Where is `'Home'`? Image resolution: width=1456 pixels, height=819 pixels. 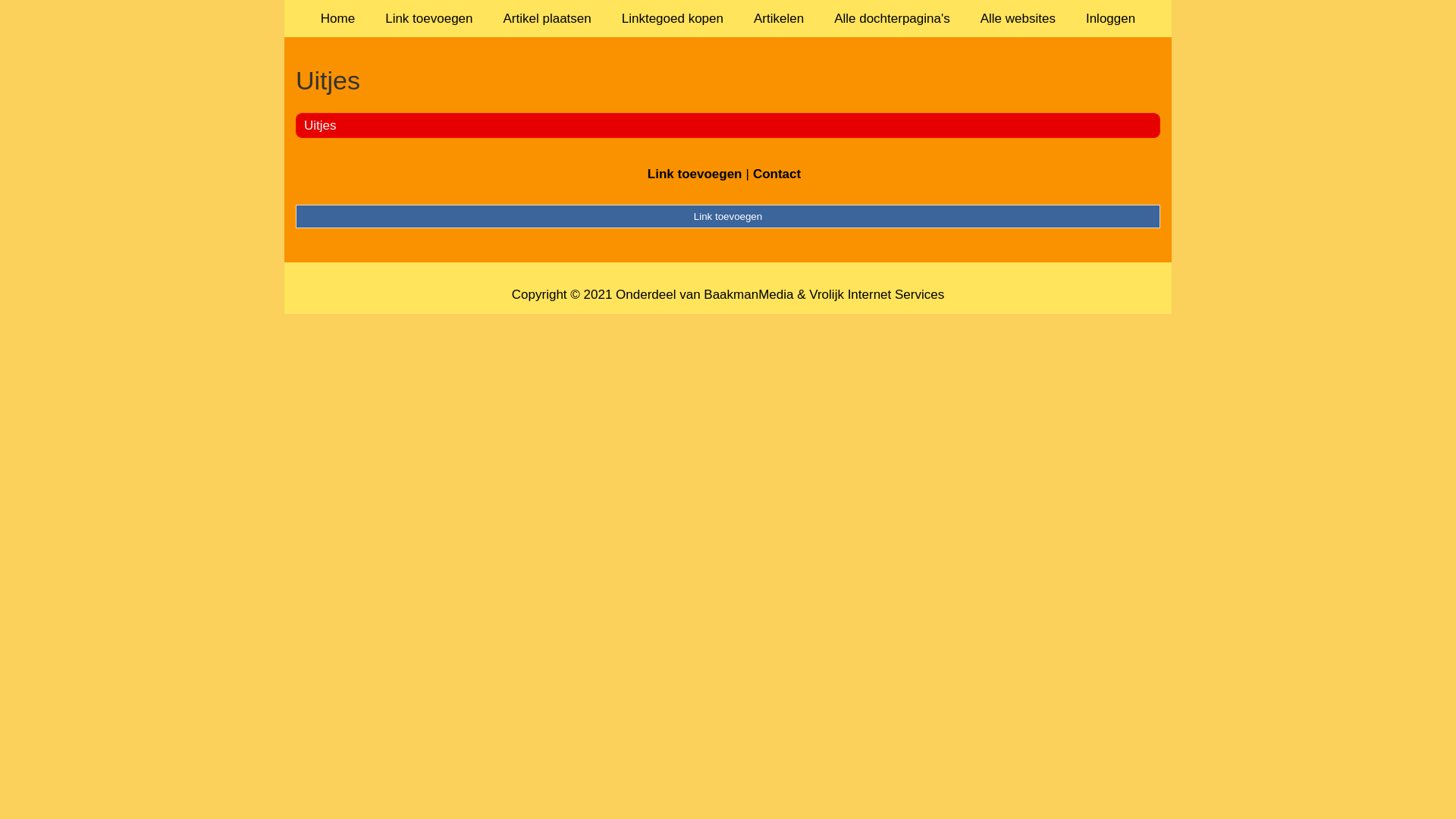
'Home' is located at coordinates (337, 18).